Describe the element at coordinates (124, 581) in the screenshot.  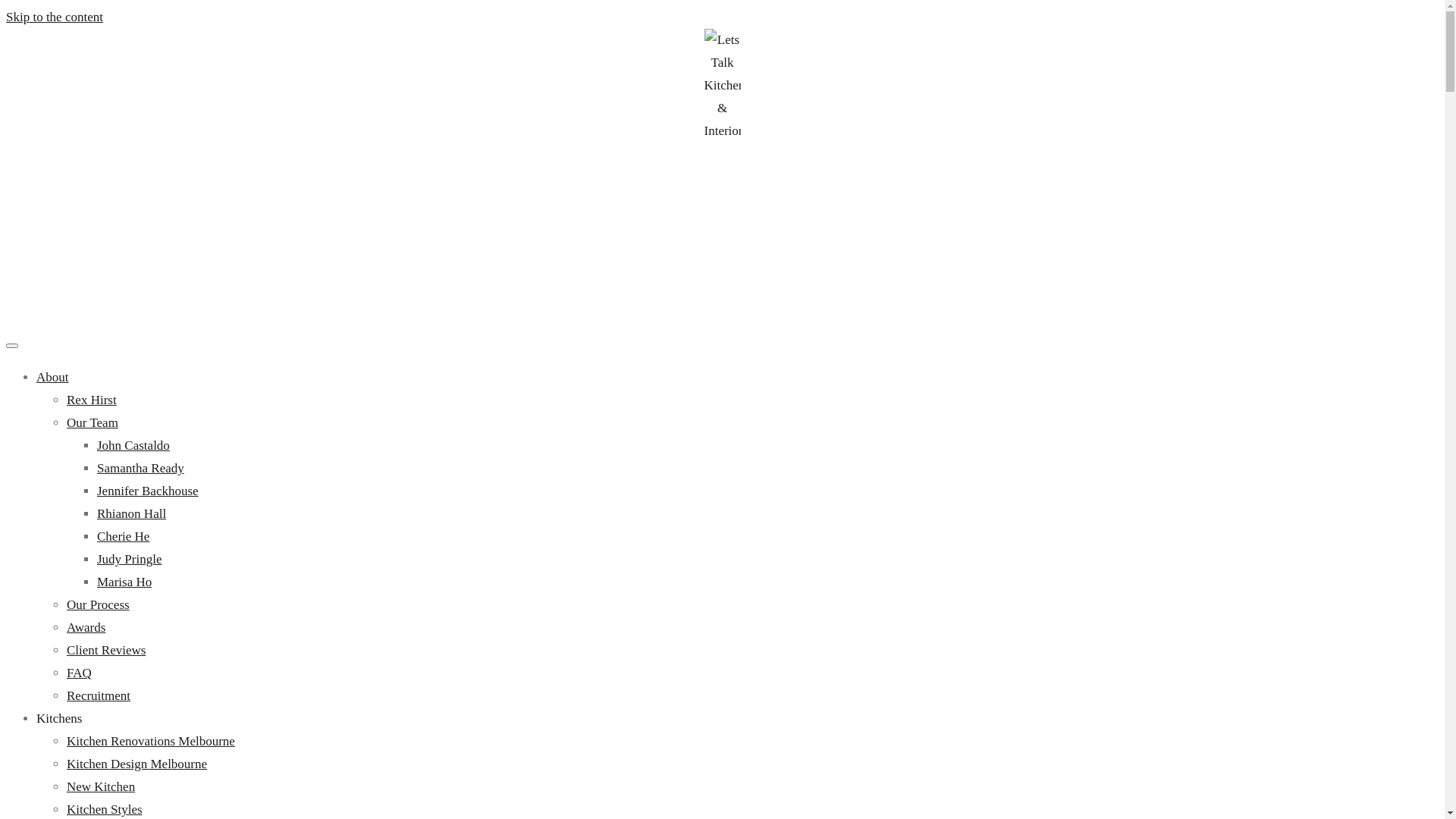
I see `'Marisa Ho'` at that location.